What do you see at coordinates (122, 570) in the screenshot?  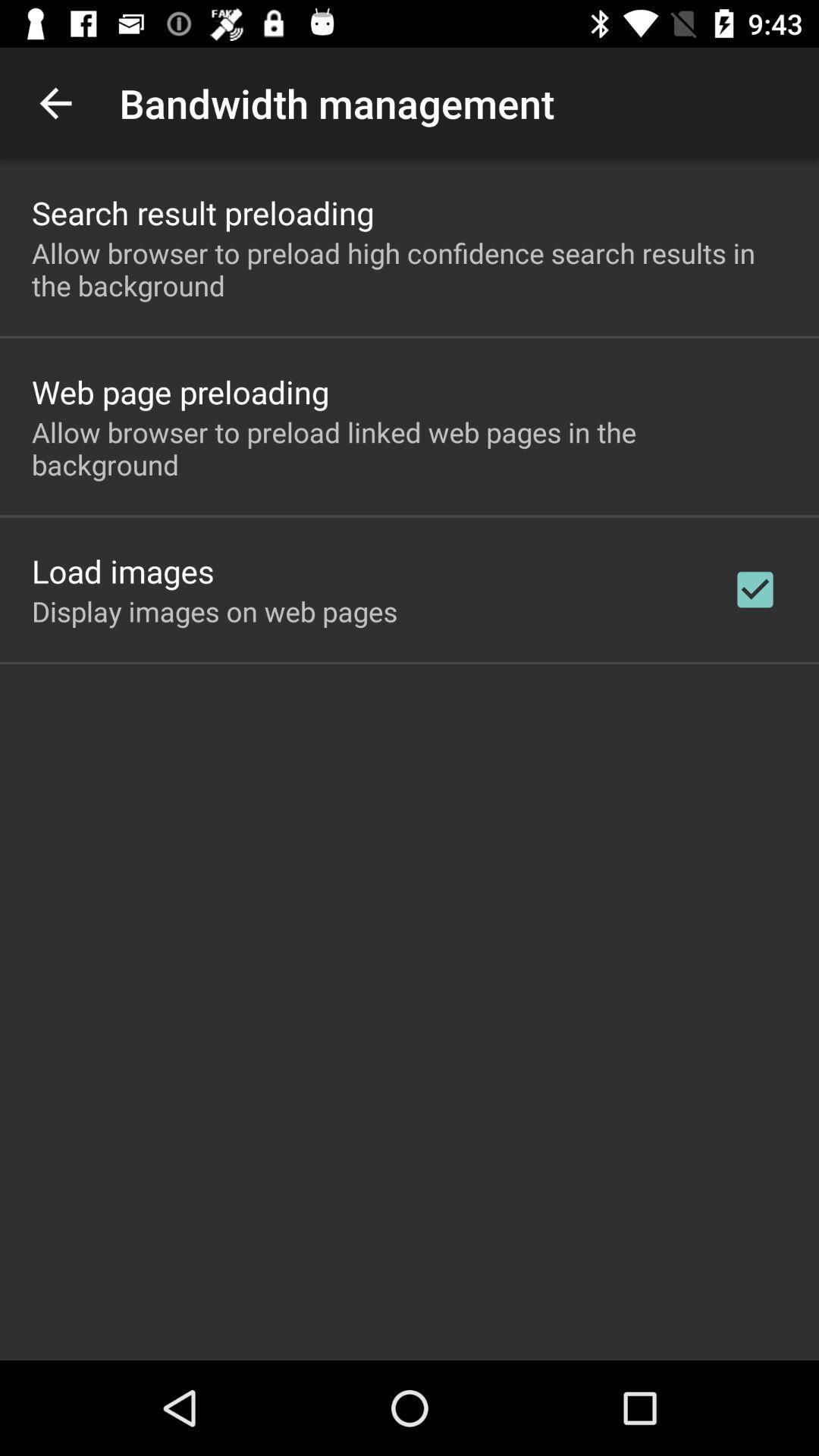 I see `item above the display images on` at bounding box center [122, 570].